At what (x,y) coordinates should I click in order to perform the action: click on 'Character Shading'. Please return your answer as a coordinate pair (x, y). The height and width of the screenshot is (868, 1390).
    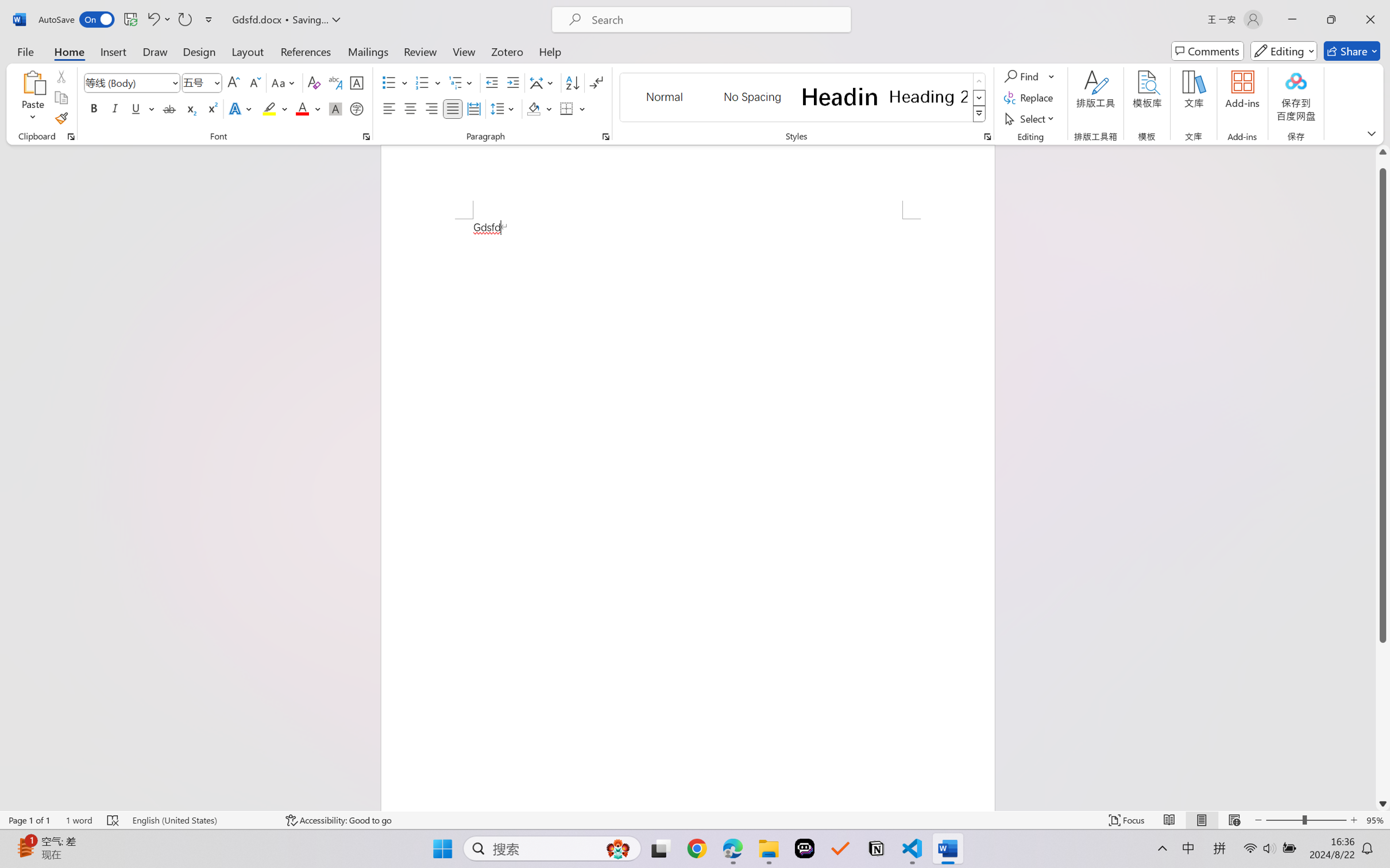
    Looking at the image, I should click on (334, 108).